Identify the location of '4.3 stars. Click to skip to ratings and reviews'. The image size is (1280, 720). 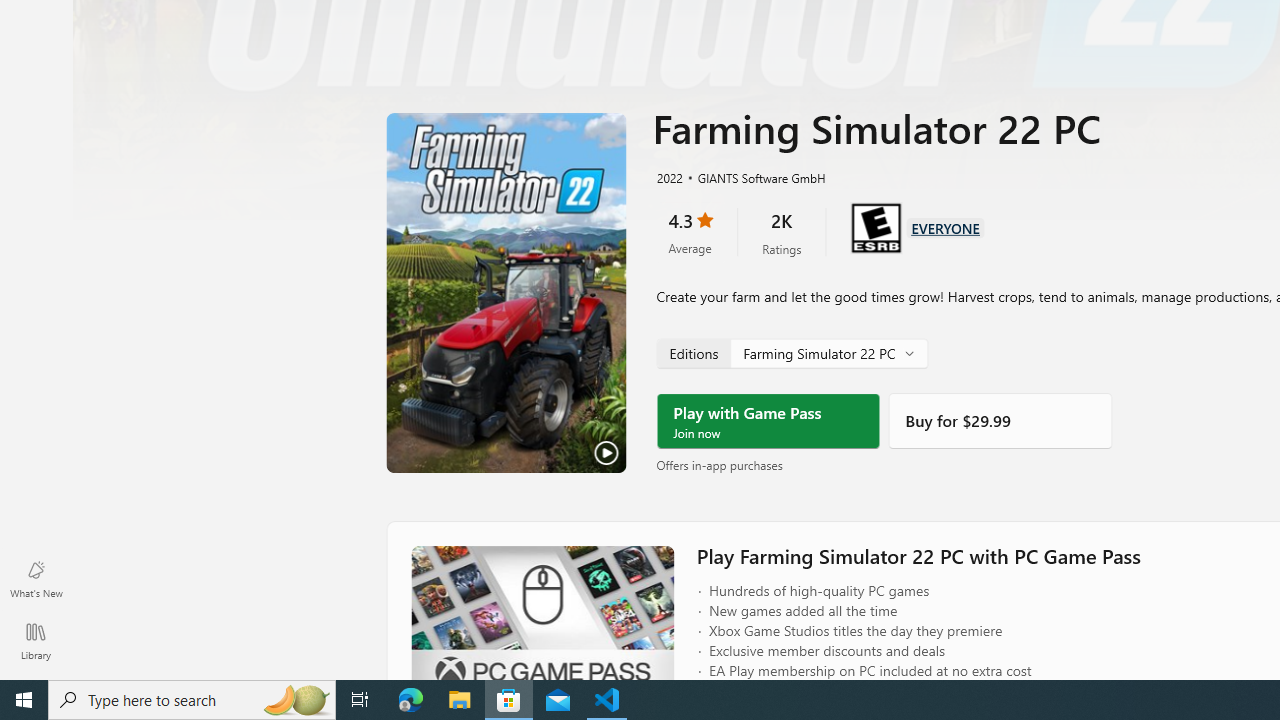
(689, 231).